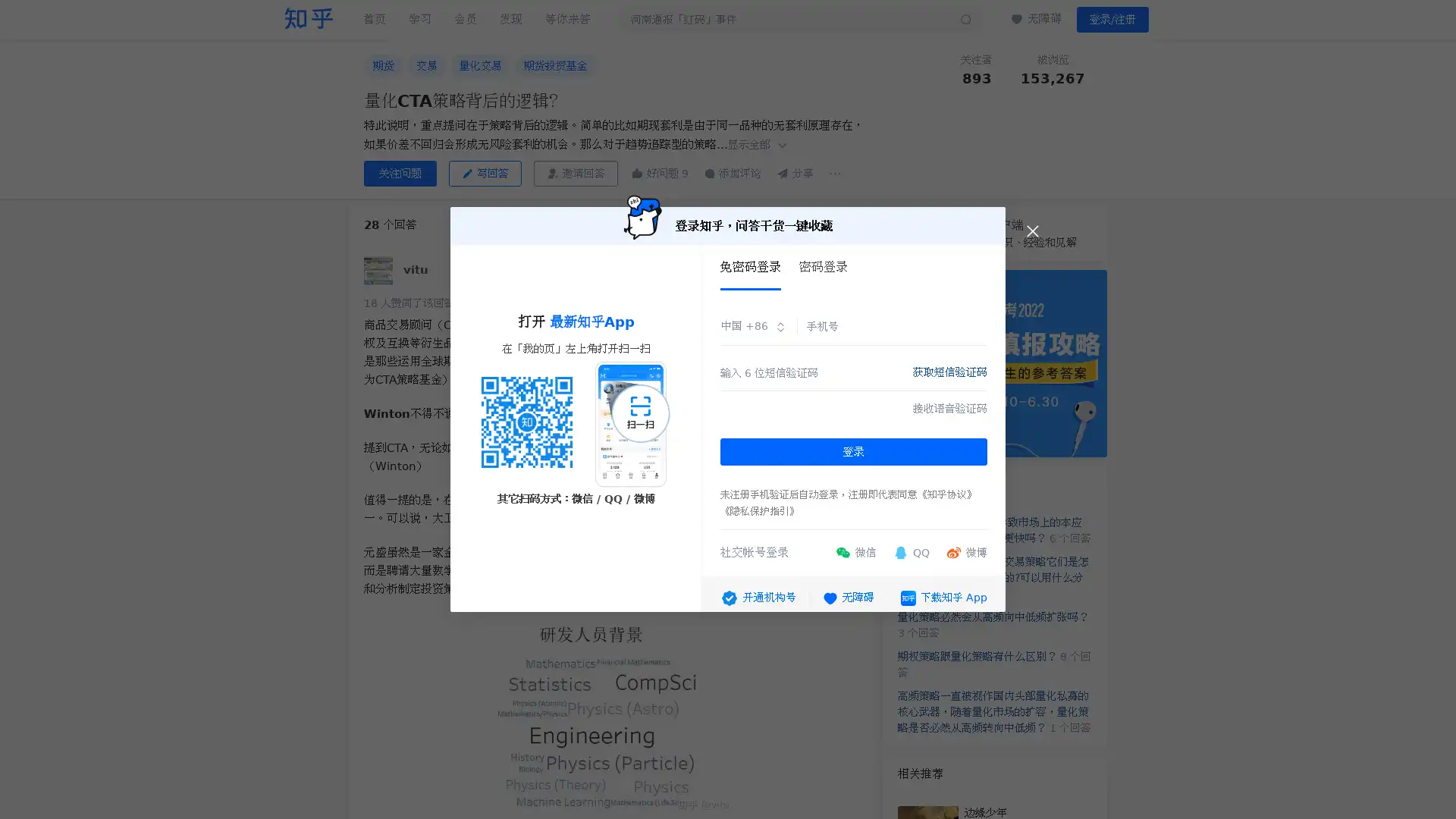  I want to click on App, so click(943, 592).